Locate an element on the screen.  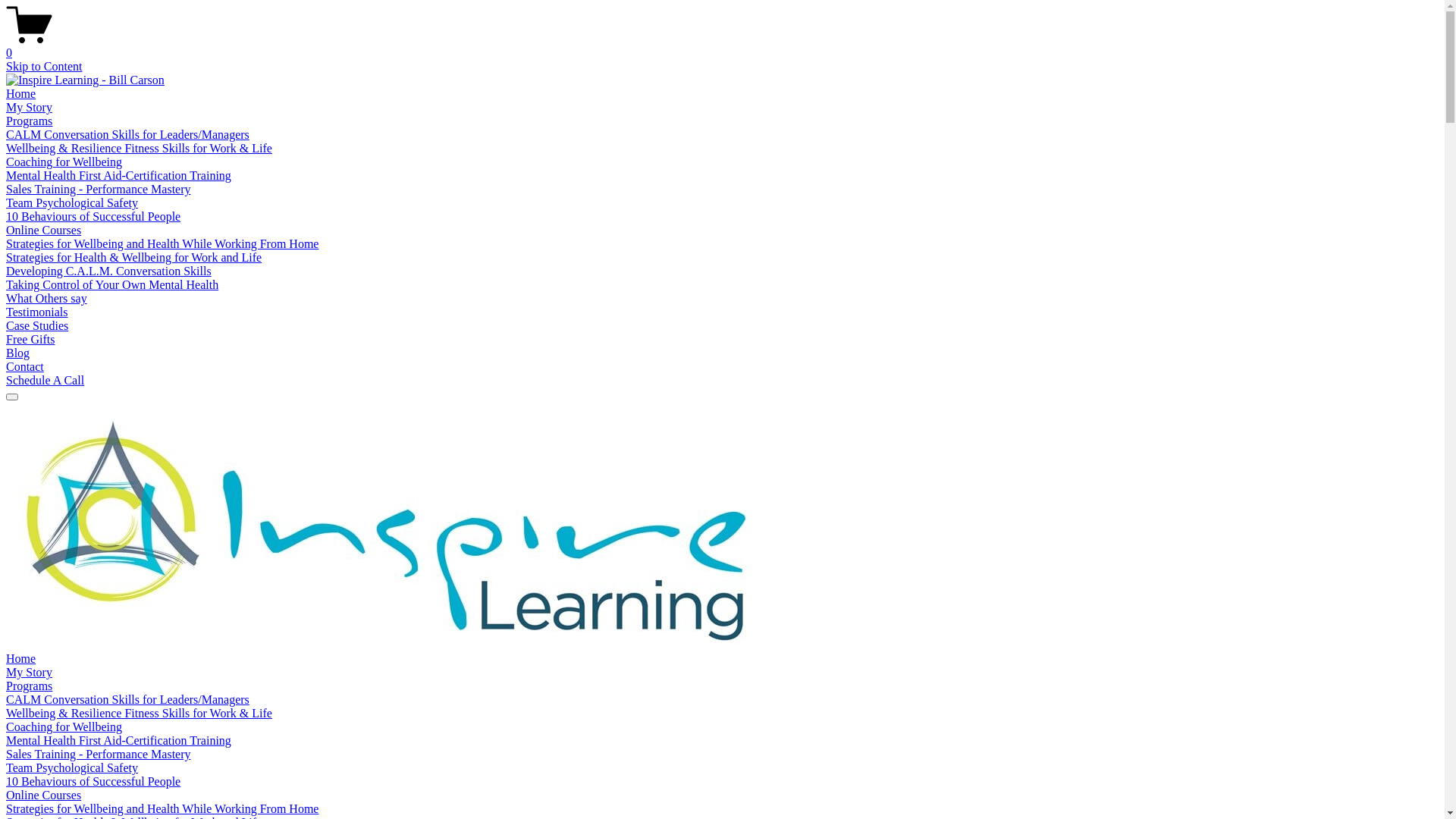
'Sales Training - Performance Mastery' is located at coordinates (97, 188).